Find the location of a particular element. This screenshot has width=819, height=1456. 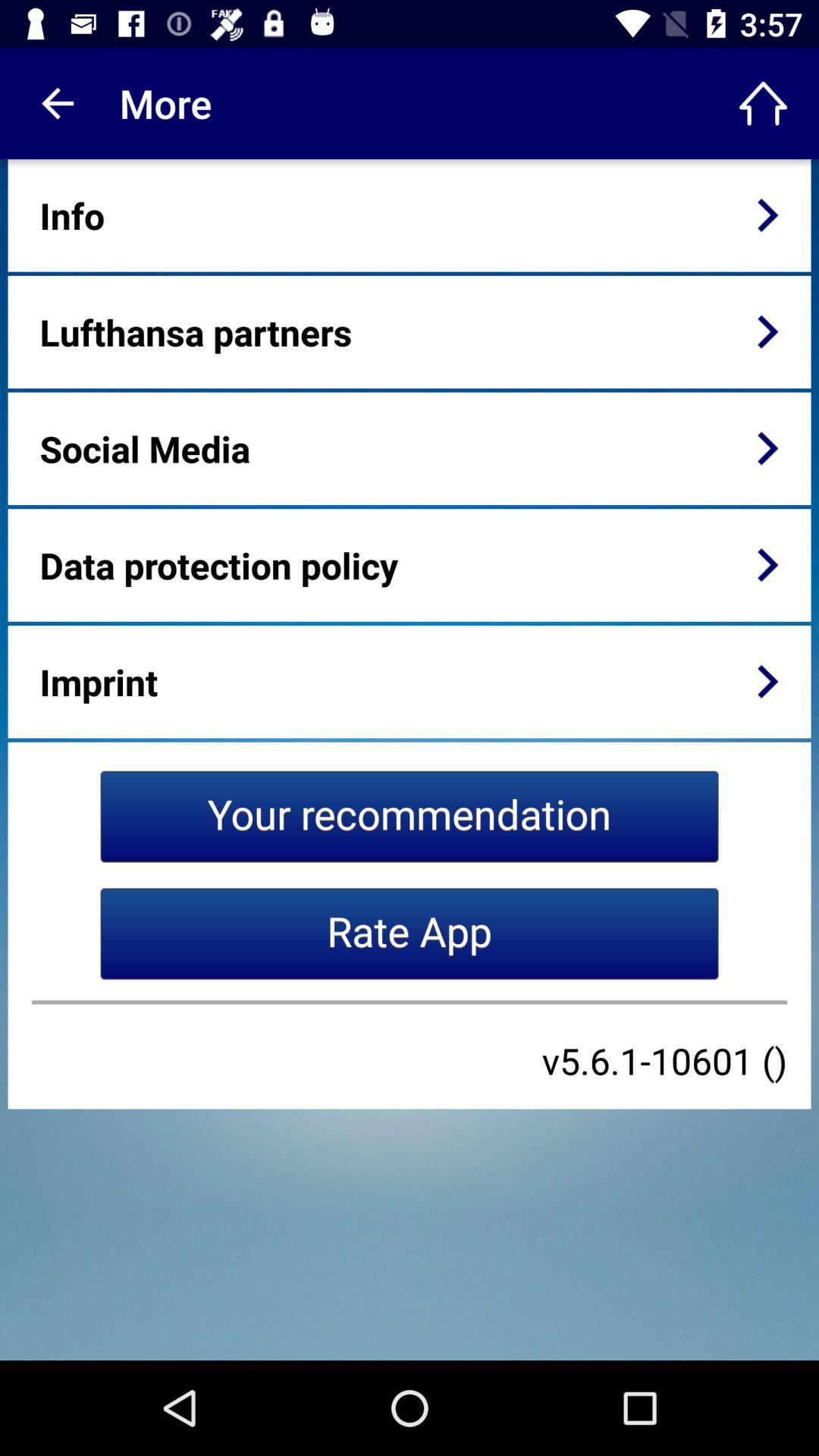

the item next to more icon is located at coordinates (55, 102).